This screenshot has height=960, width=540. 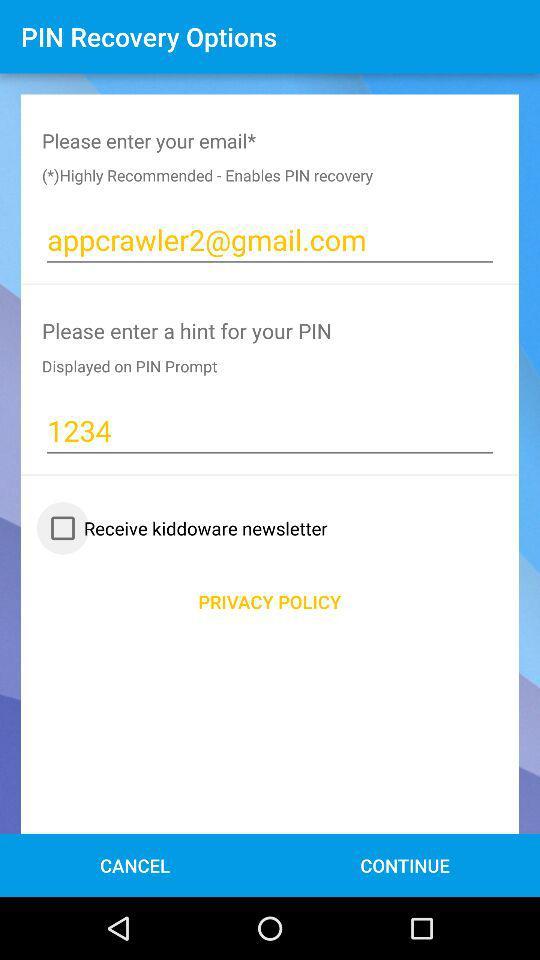 What do you see at coordinates (405, 864) in the screenshot?
I see `the icon to the right of cancel item` at bounding box center [405, 864].